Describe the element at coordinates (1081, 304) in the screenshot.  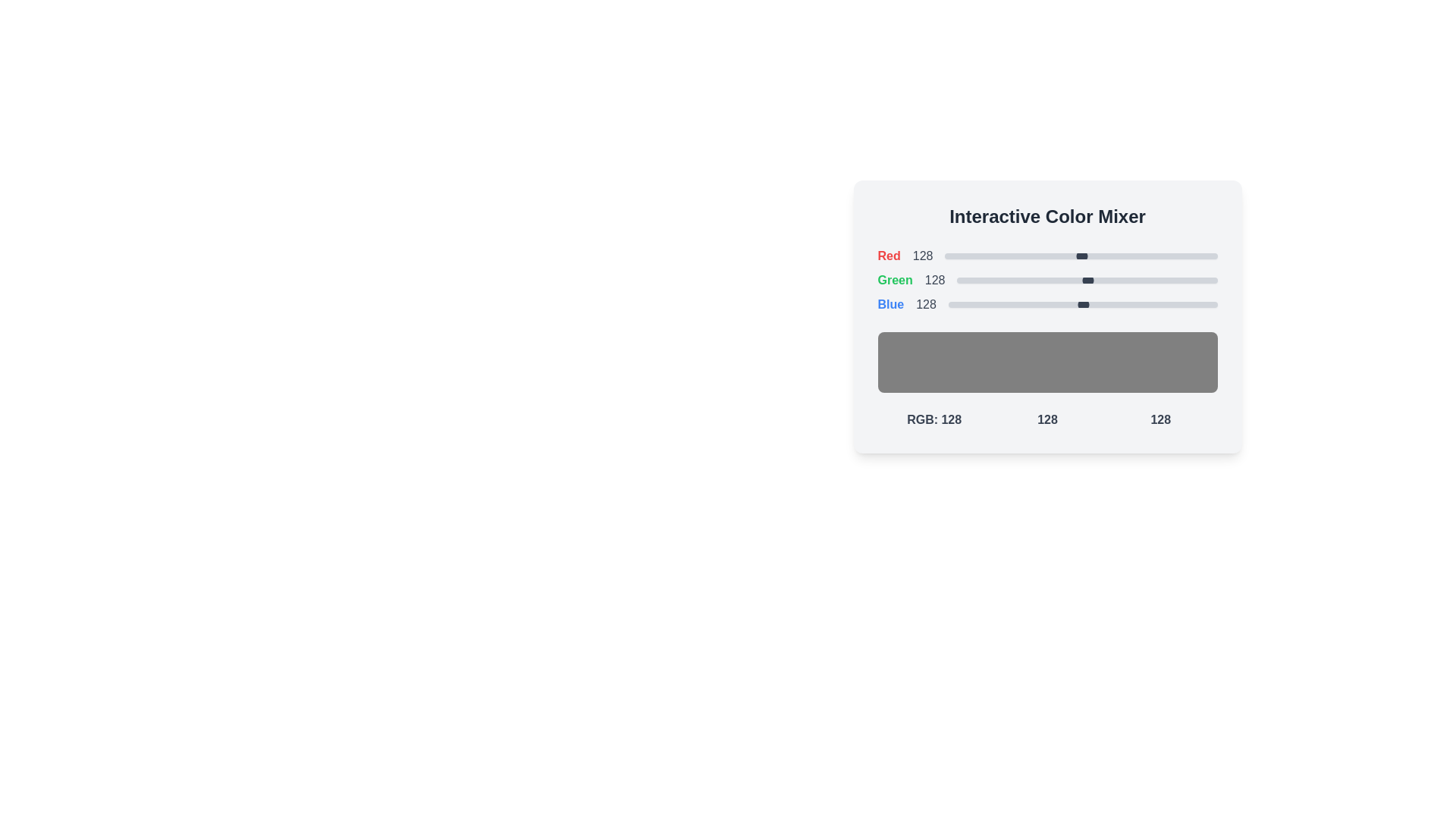
I see `the Blue component` at that location.